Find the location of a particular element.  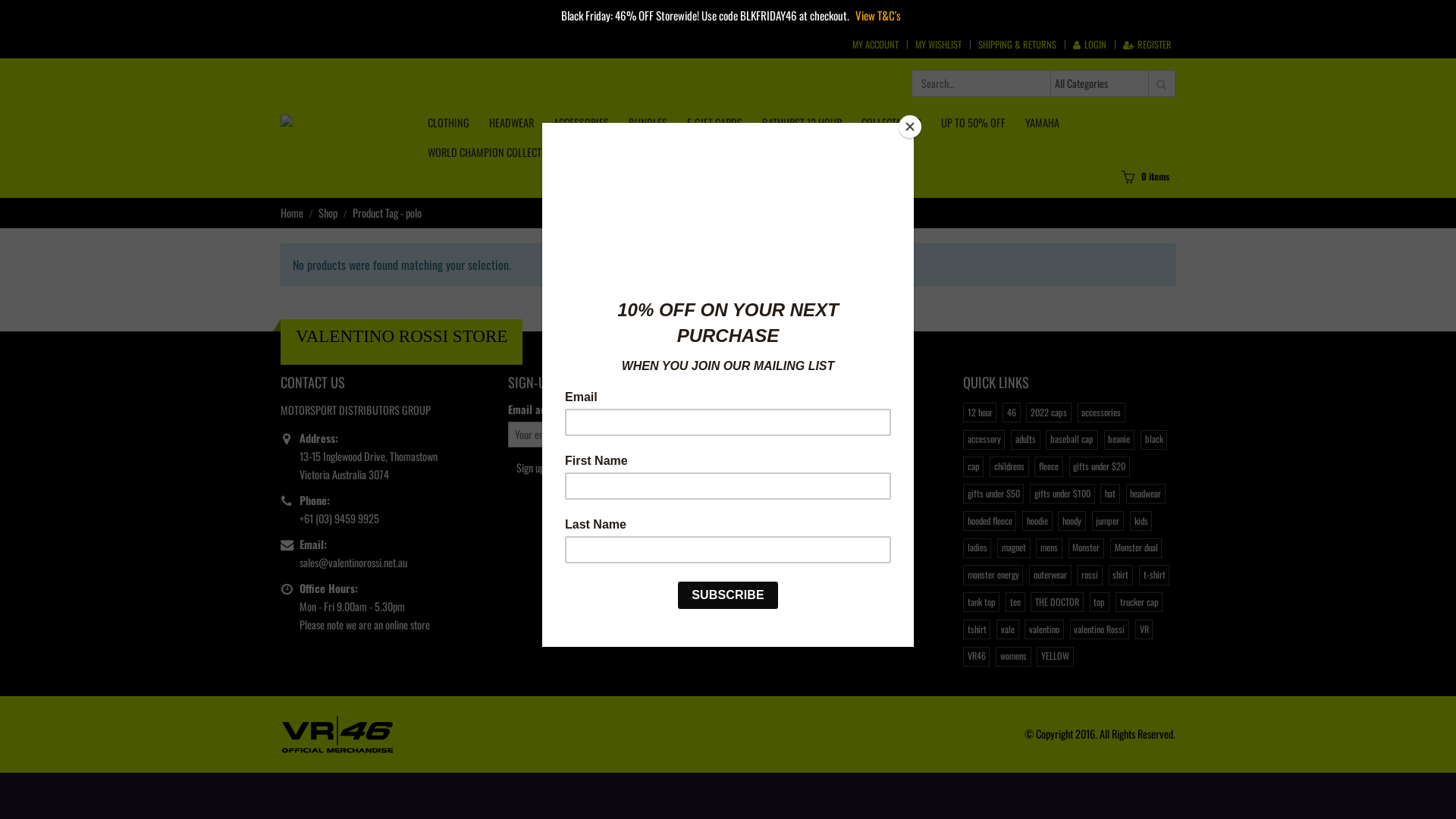

'vale' is located at coordinates (1007, 629).